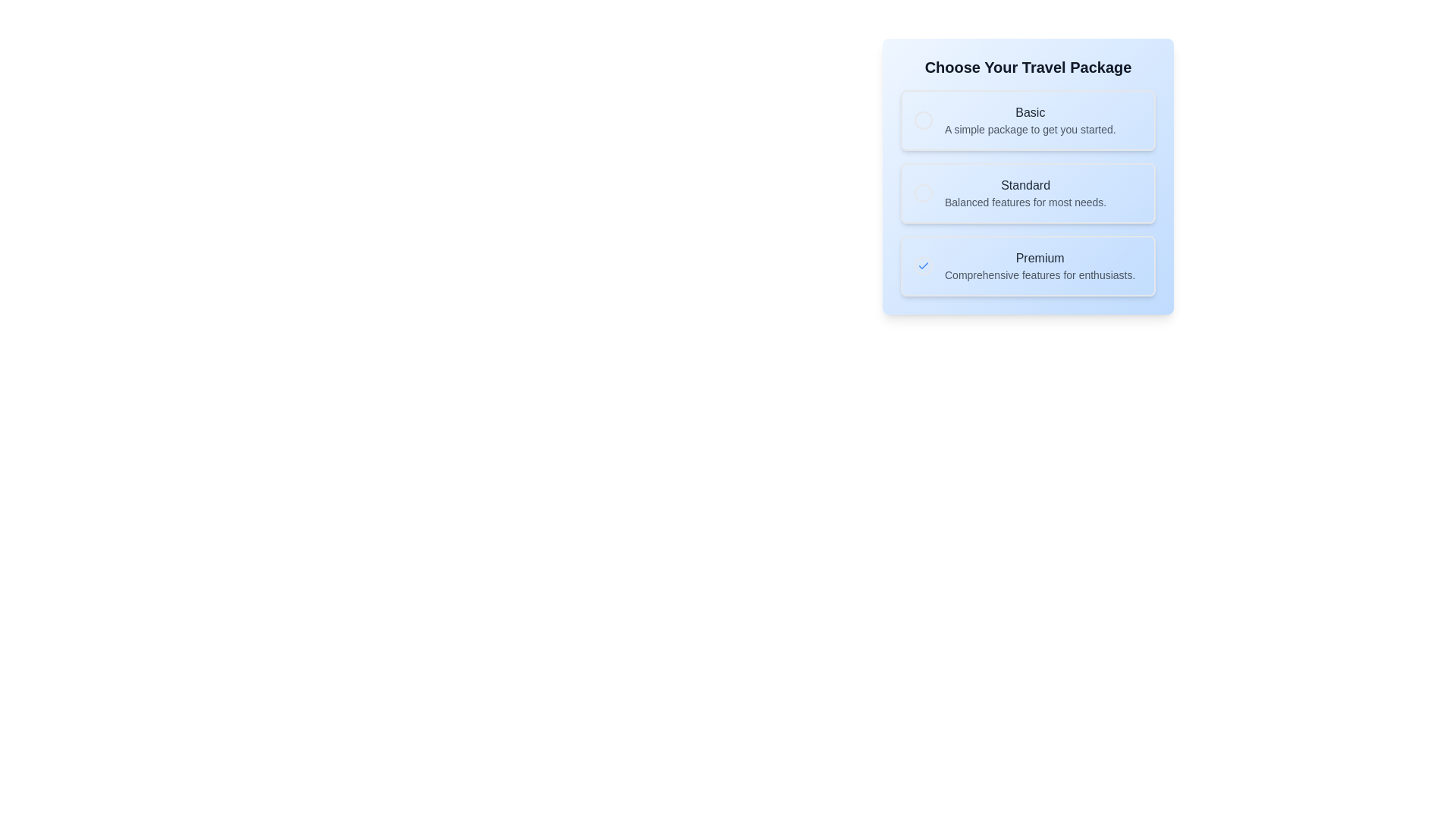  I want to click on the heading text that indicates the purpose of the surrounding section for selecting a travel package option, positioned at the top of a panel above the options 'Basic', 'Standard', and 'Premium', so click(1028, 66).